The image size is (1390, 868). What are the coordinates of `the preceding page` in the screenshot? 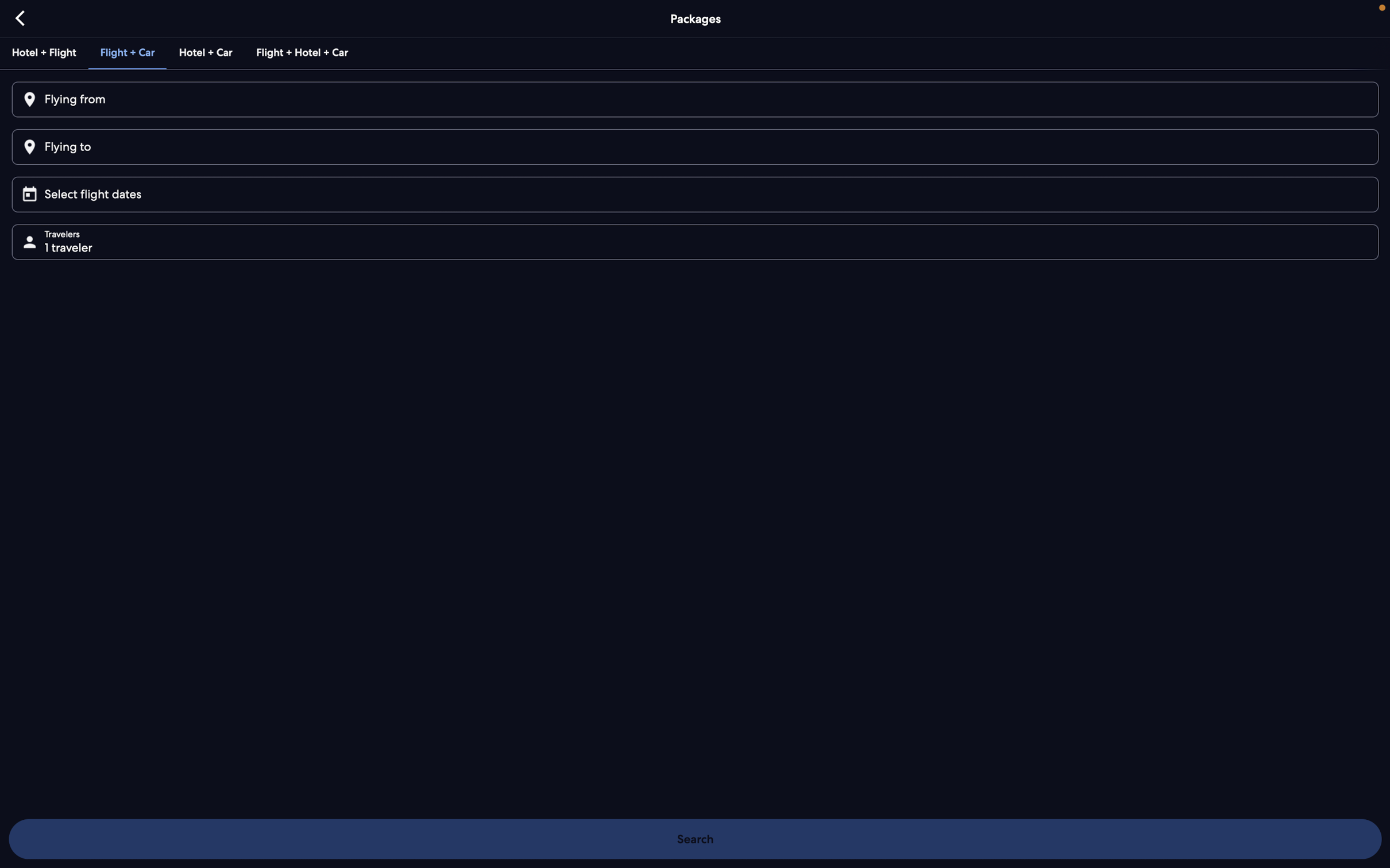 It's located at (21, 17).